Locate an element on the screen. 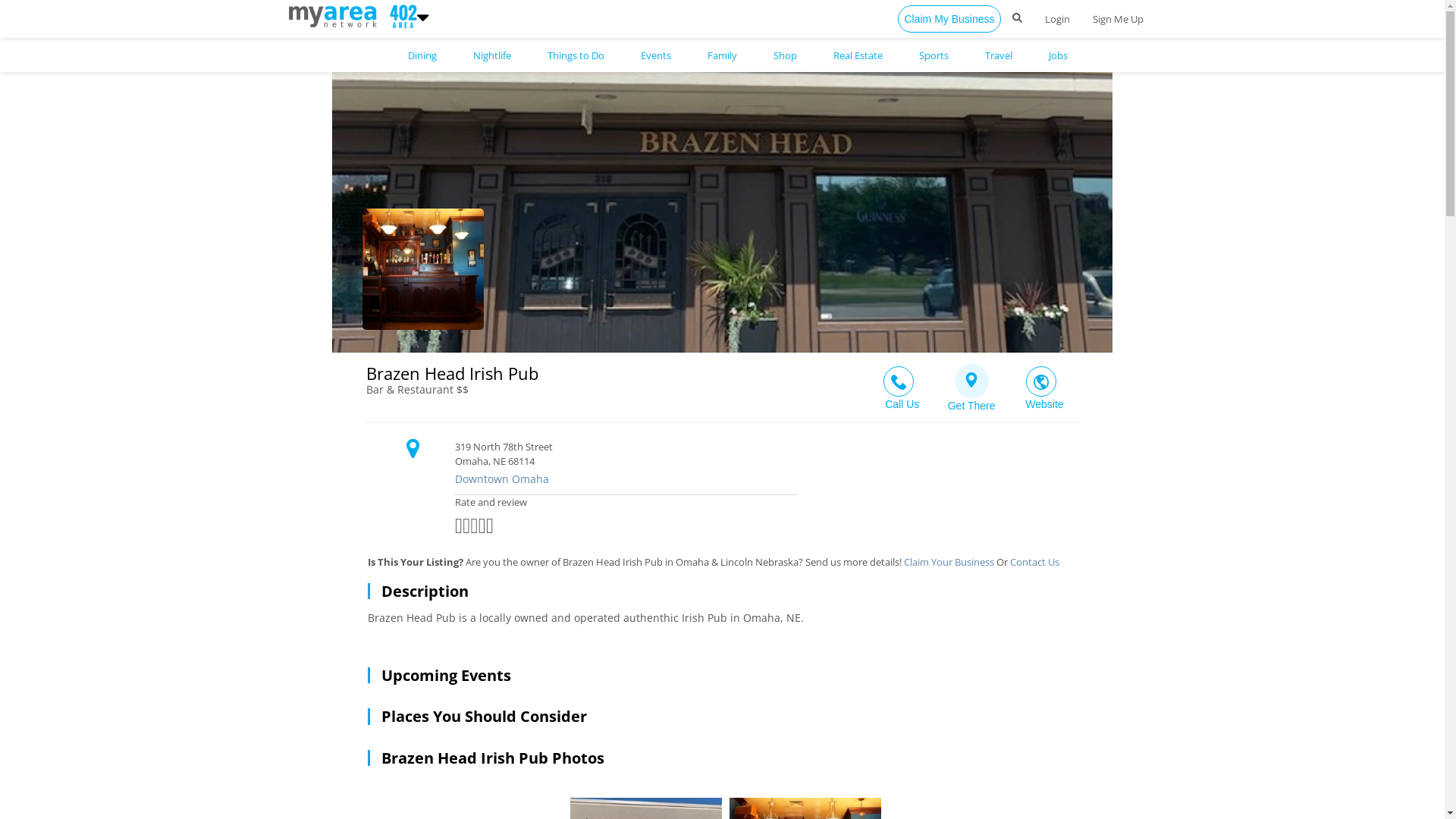 This screenshot has height=819, width=1456. 'Get There' is located at coordinates (971, 382).